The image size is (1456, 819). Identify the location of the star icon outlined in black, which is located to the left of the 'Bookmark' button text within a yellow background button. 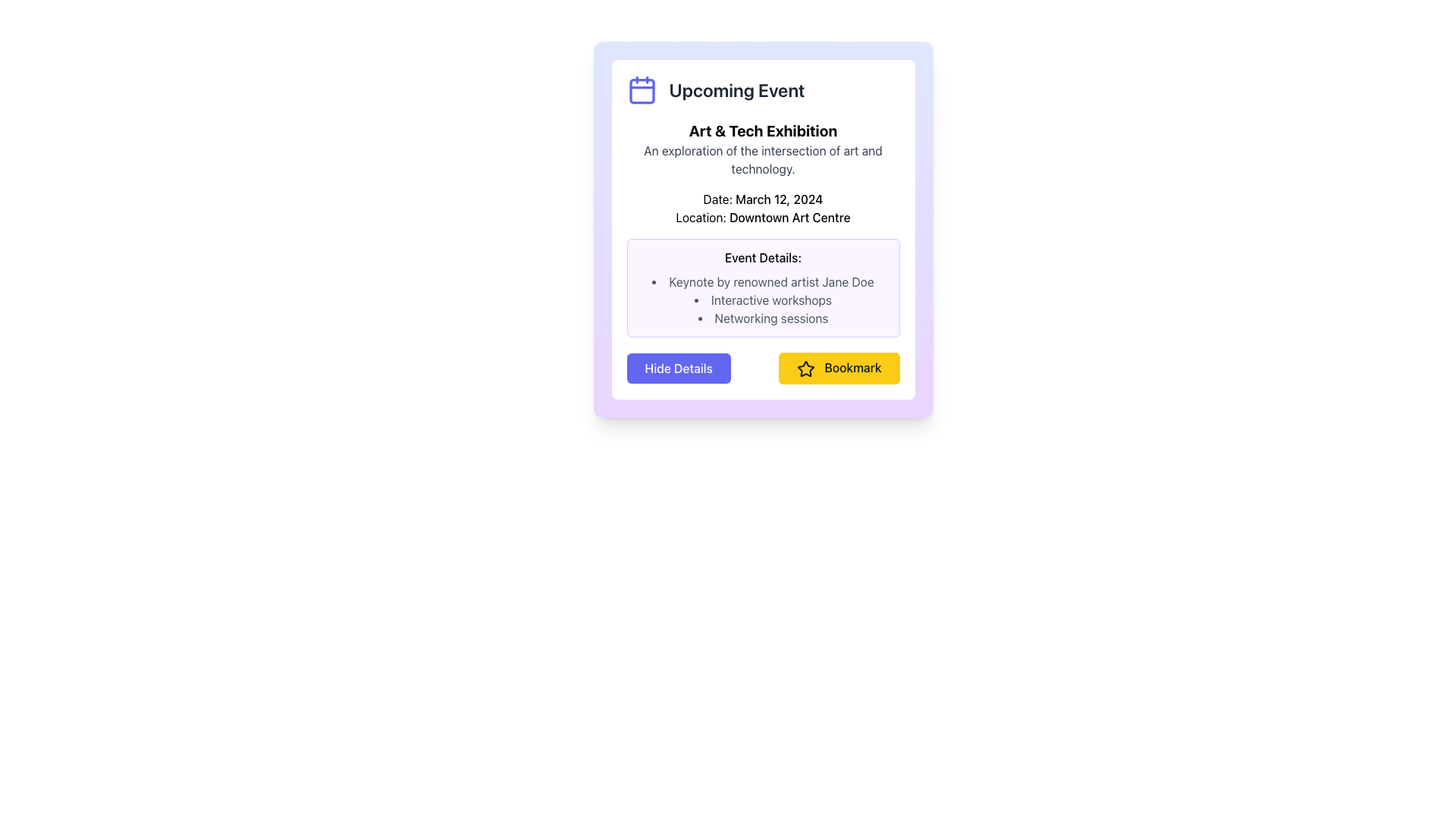
(805, 369).